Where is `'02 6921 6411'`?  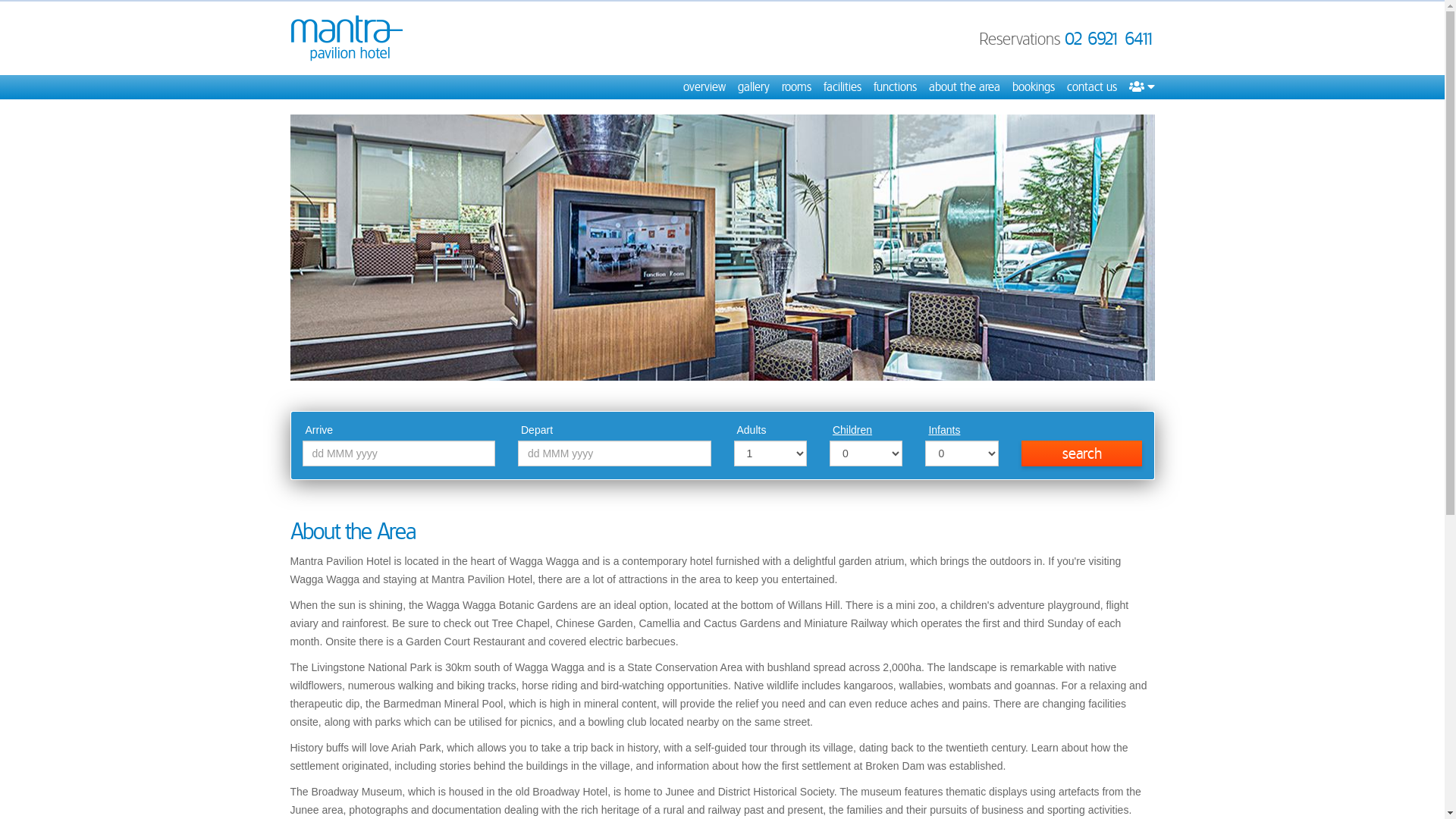 '02 6921 6411' is located at coordinates (1109, 37).